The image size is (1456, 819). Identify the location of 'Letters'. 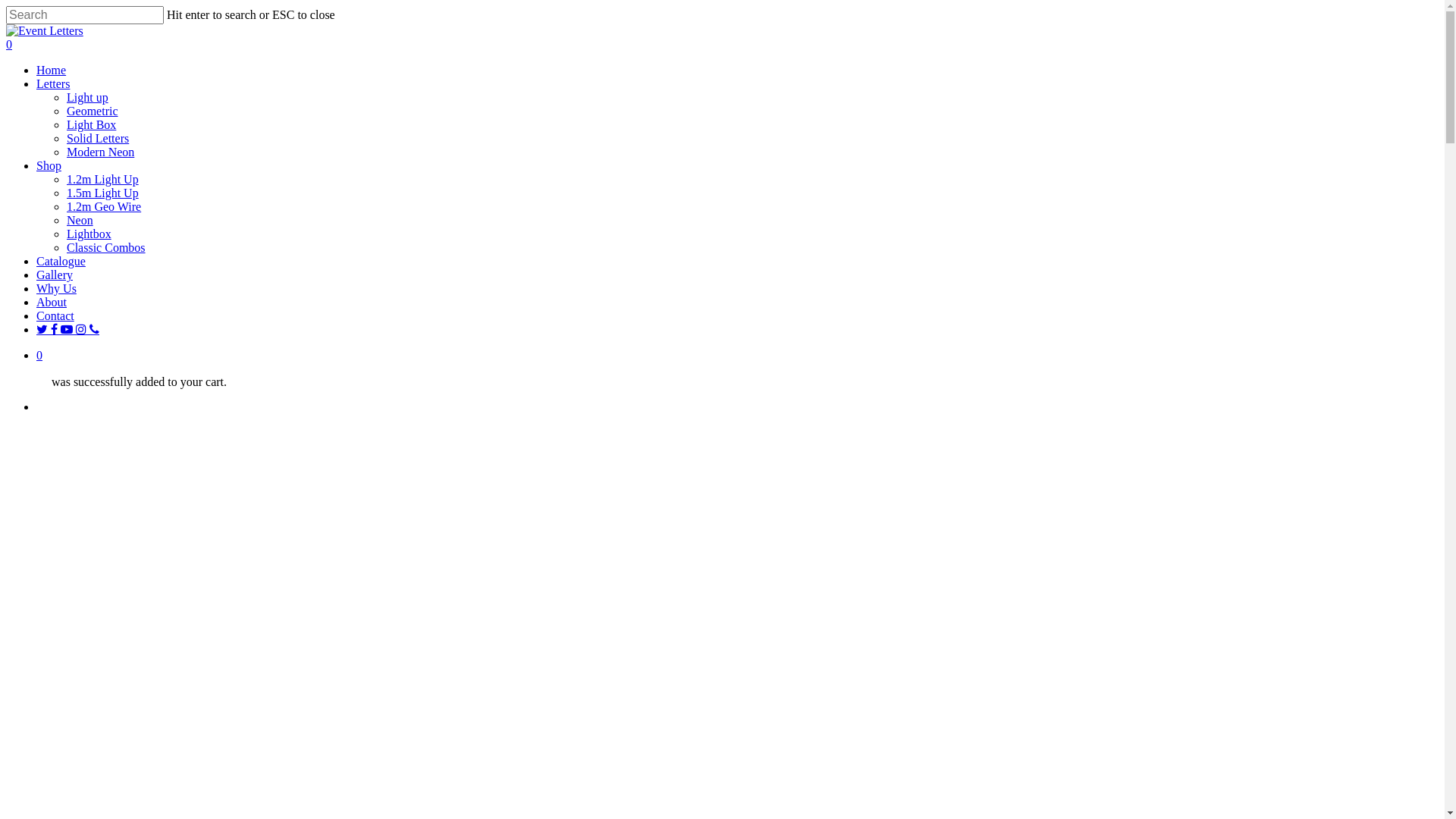
(53, 83).